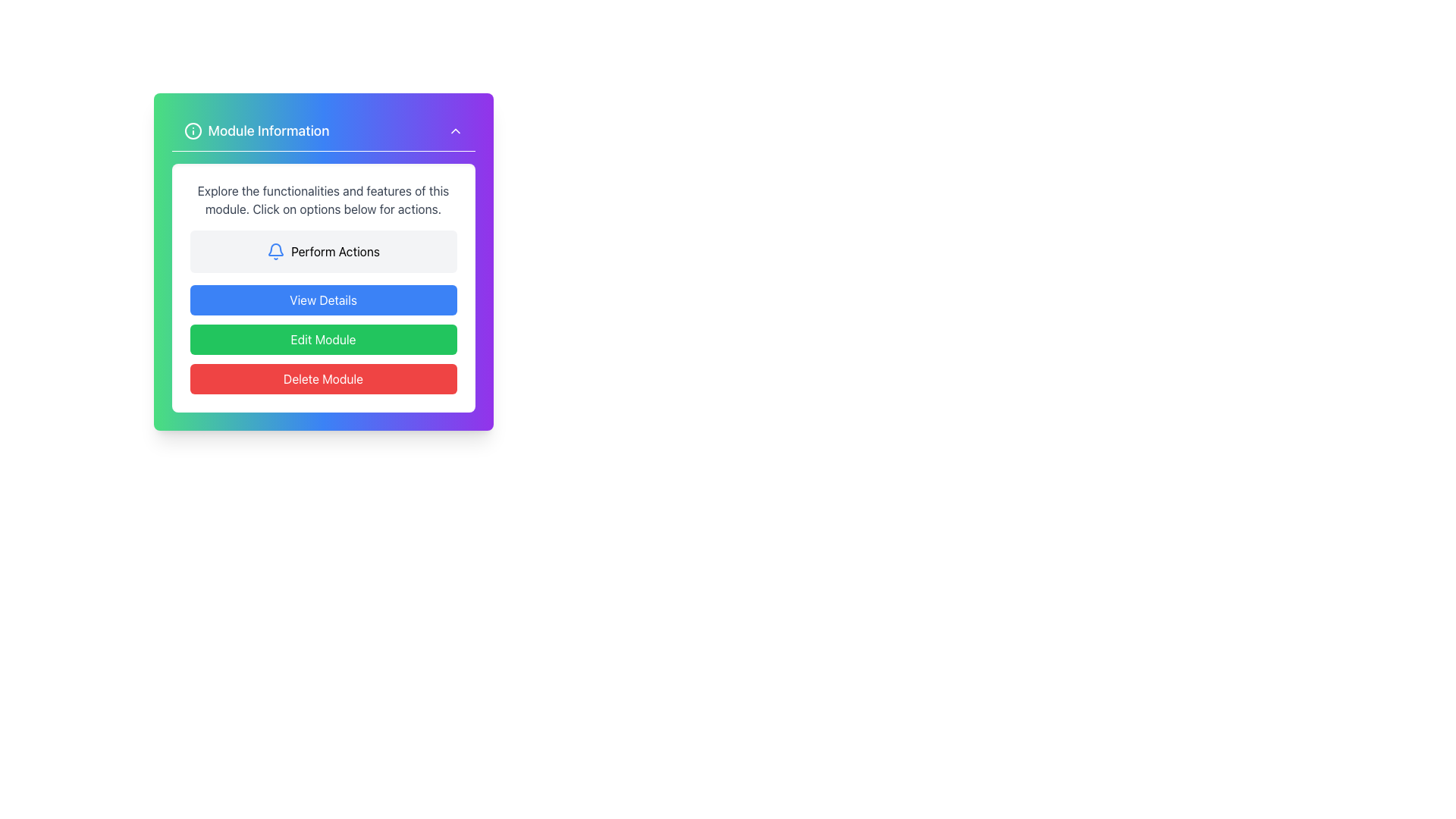  Describe the element at coordinates (268, 130) in the screenshot. I see `the header text-label that summarizes the module's purpose, located to the right of an information icon near the top of the module` at that location.